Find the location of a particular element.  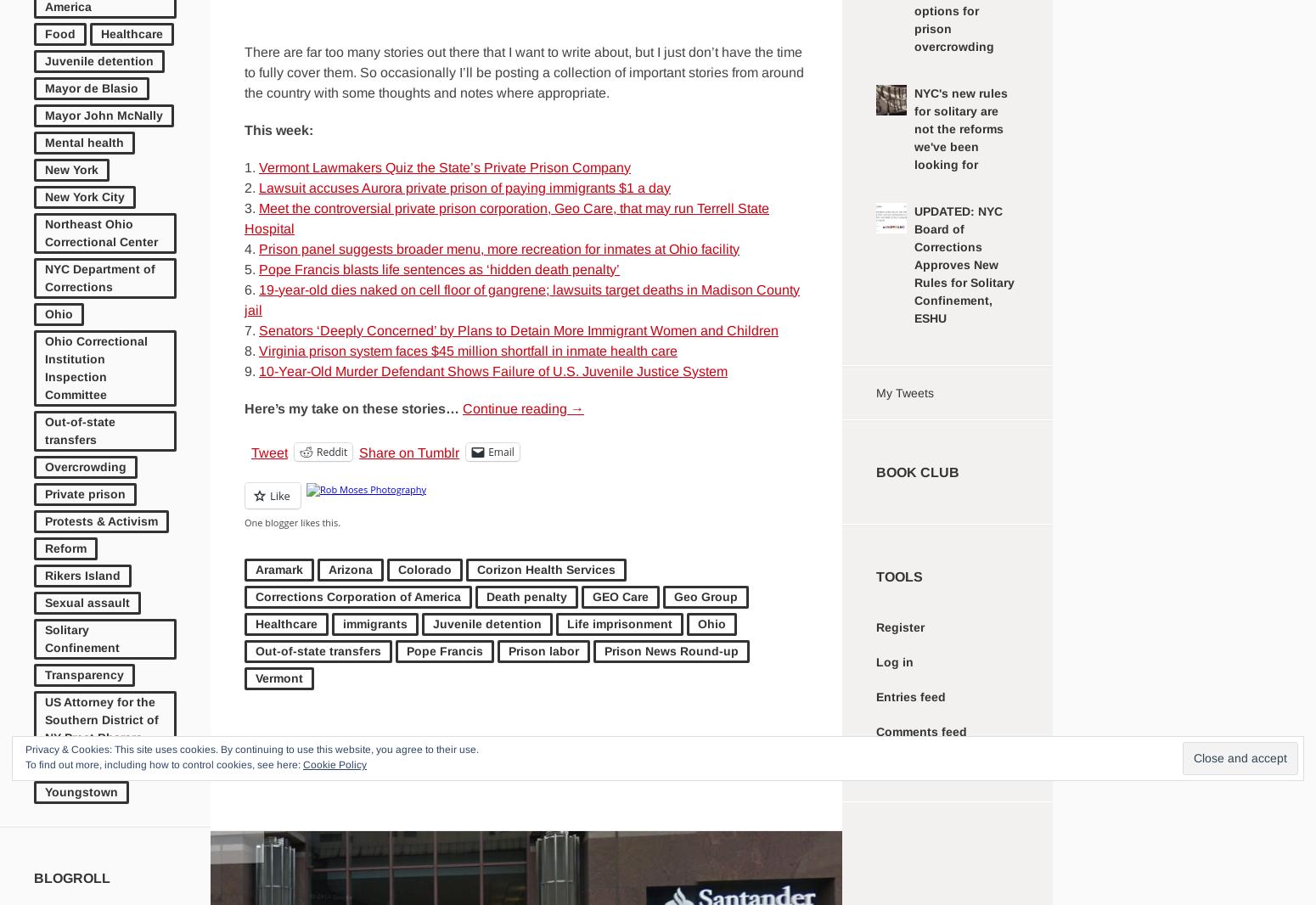

'My Tweets' is located at coordinates (904, 392).